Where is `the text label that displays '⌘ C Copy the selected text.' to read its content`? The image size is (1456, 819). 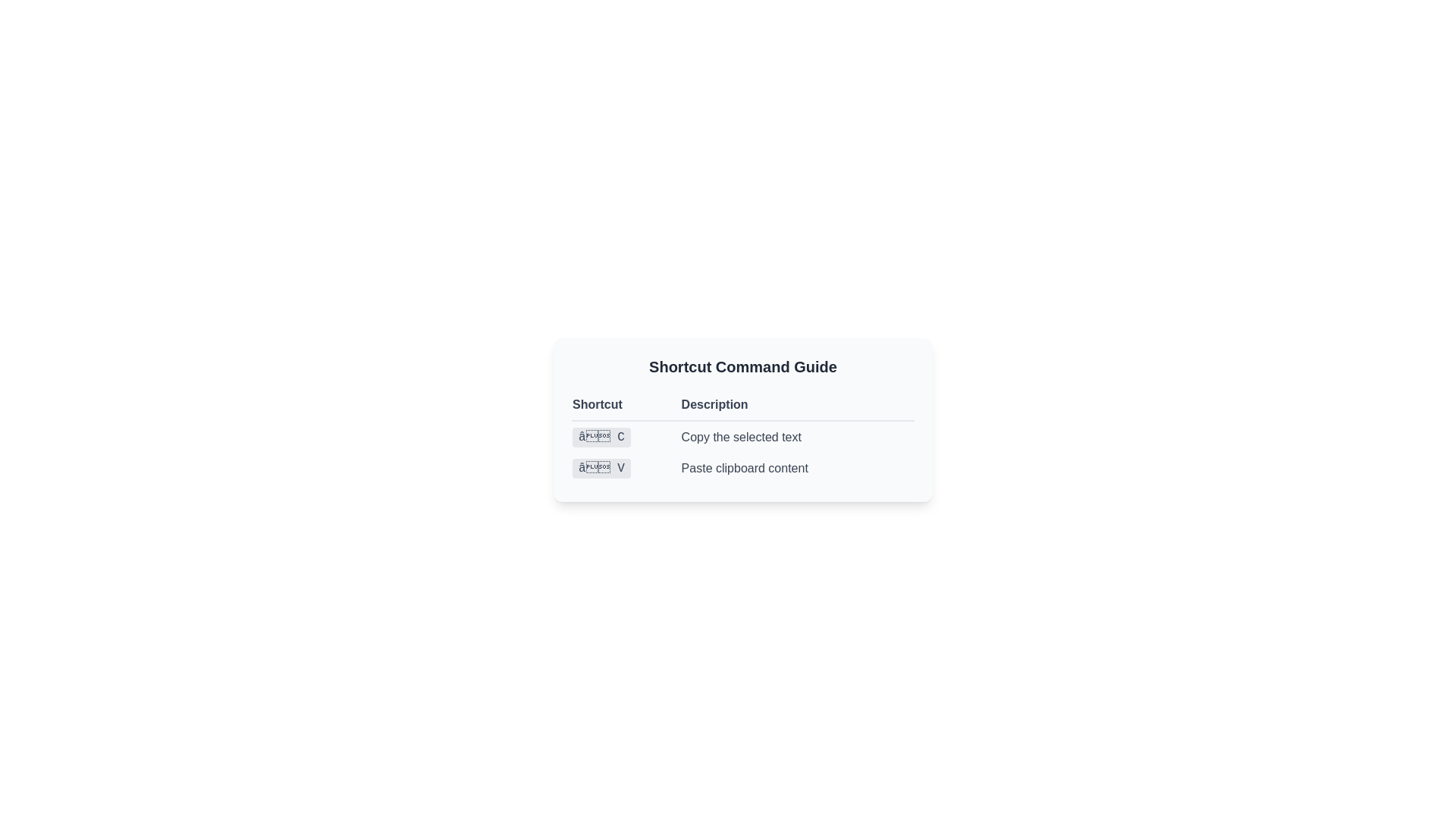 the text label that displays '⌘ C Copy the selected text.' to read its content is located at coordinates (742, 436).